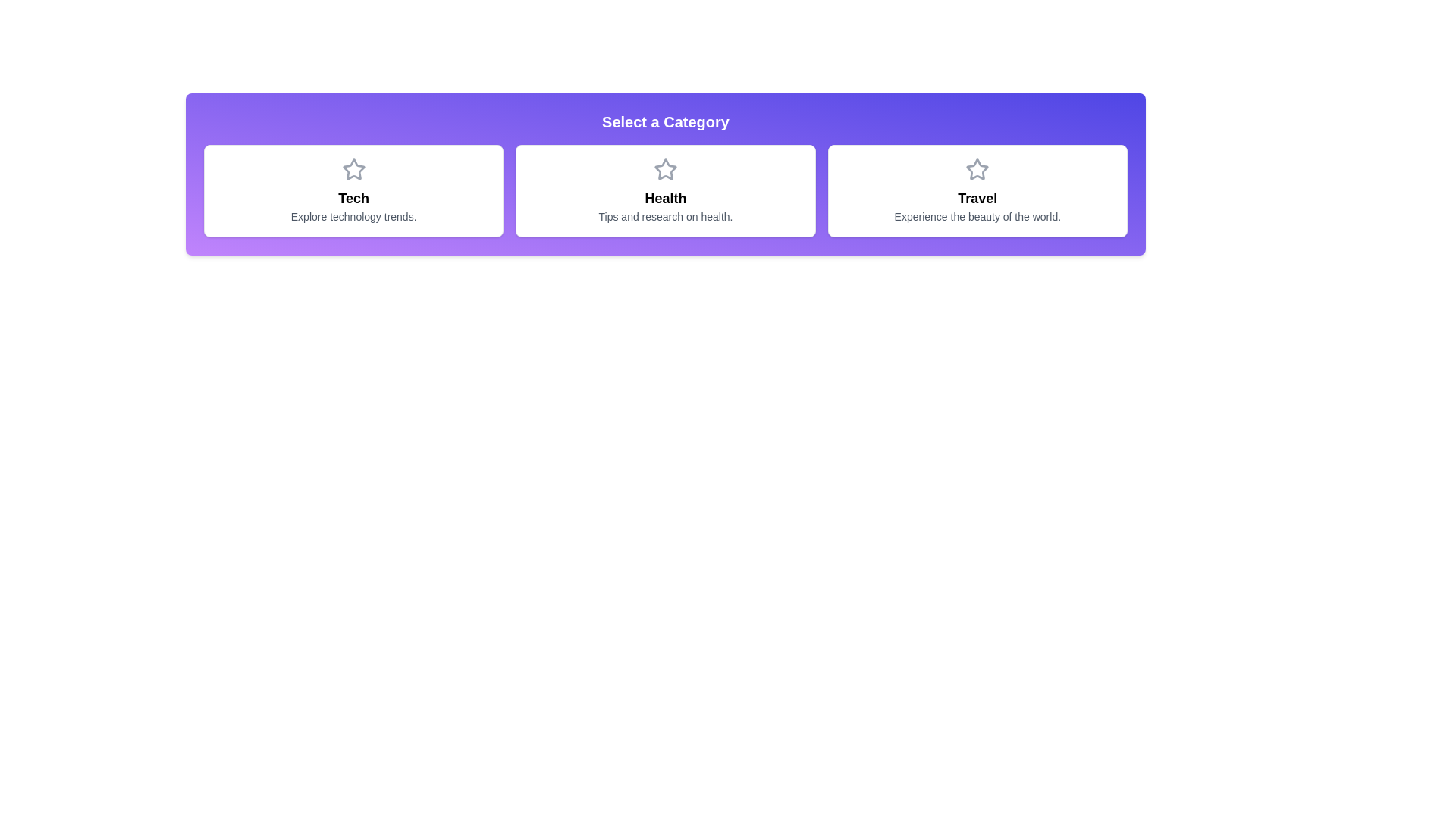 Image resolution: width=1456 pixels, height=819 pixels. Describe the element at coordinates (353, 206) in the screenshot. I see `the text block displaying bold text 'Tech' followed by smaller gray text 'Explore technology trends.' located in the top-left card under the 'Select a Category' section` at that location.